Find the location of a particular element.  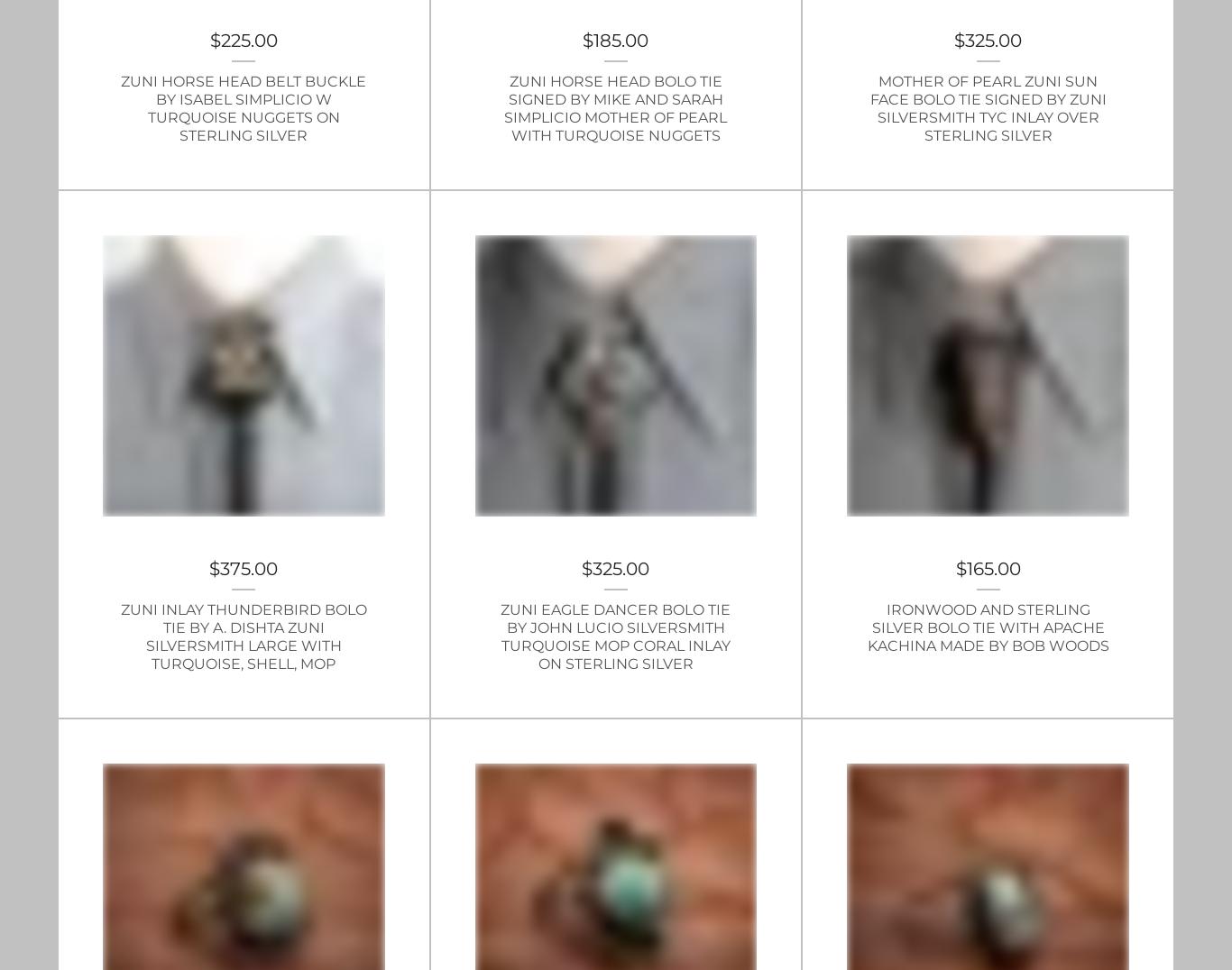

'Ironwood and Sterling Silver Bolo Tie with Apache Kachina made by Bob Woods' is located at coordinates (986, 627).